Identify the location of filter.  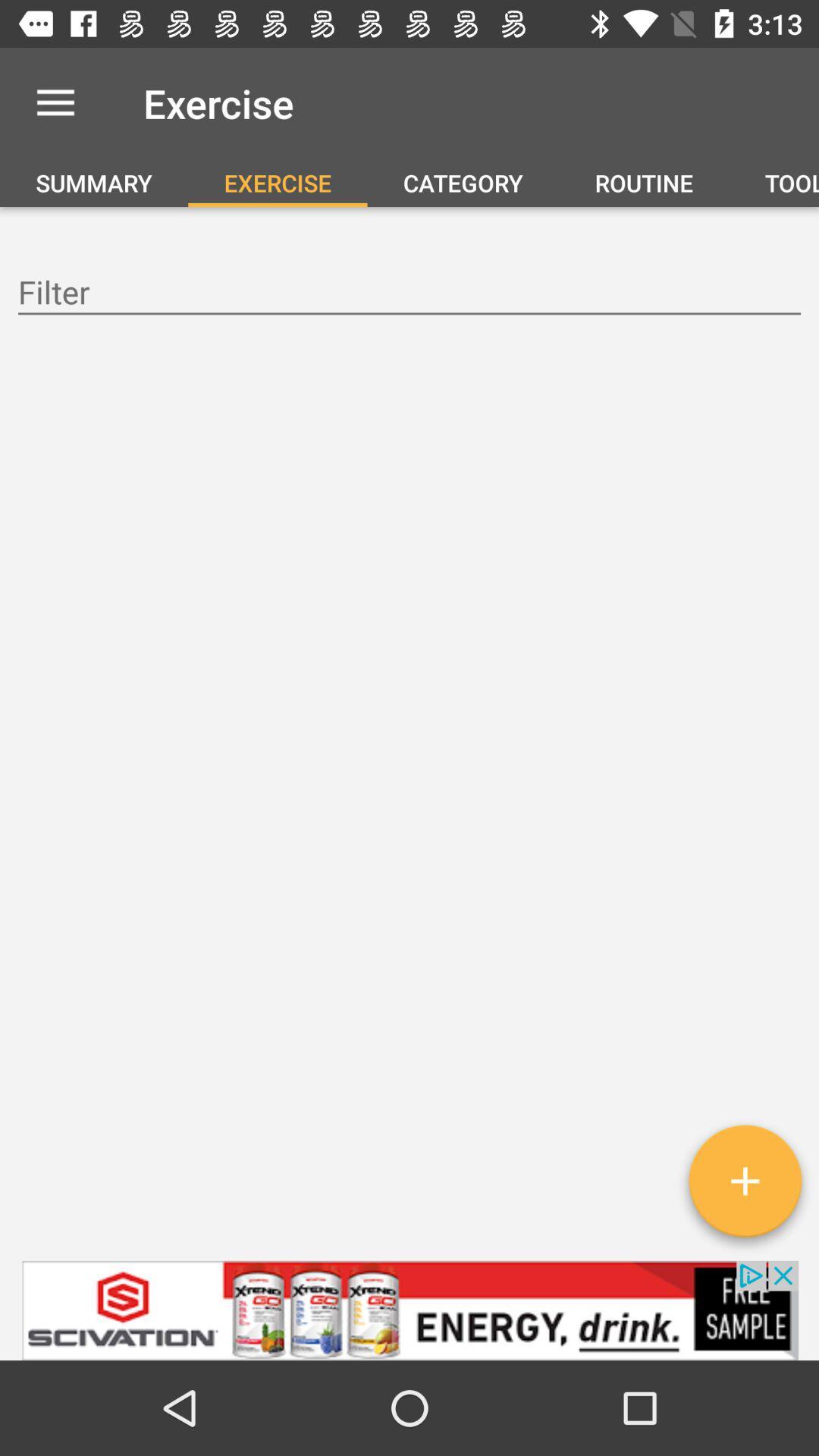
(409, 294).